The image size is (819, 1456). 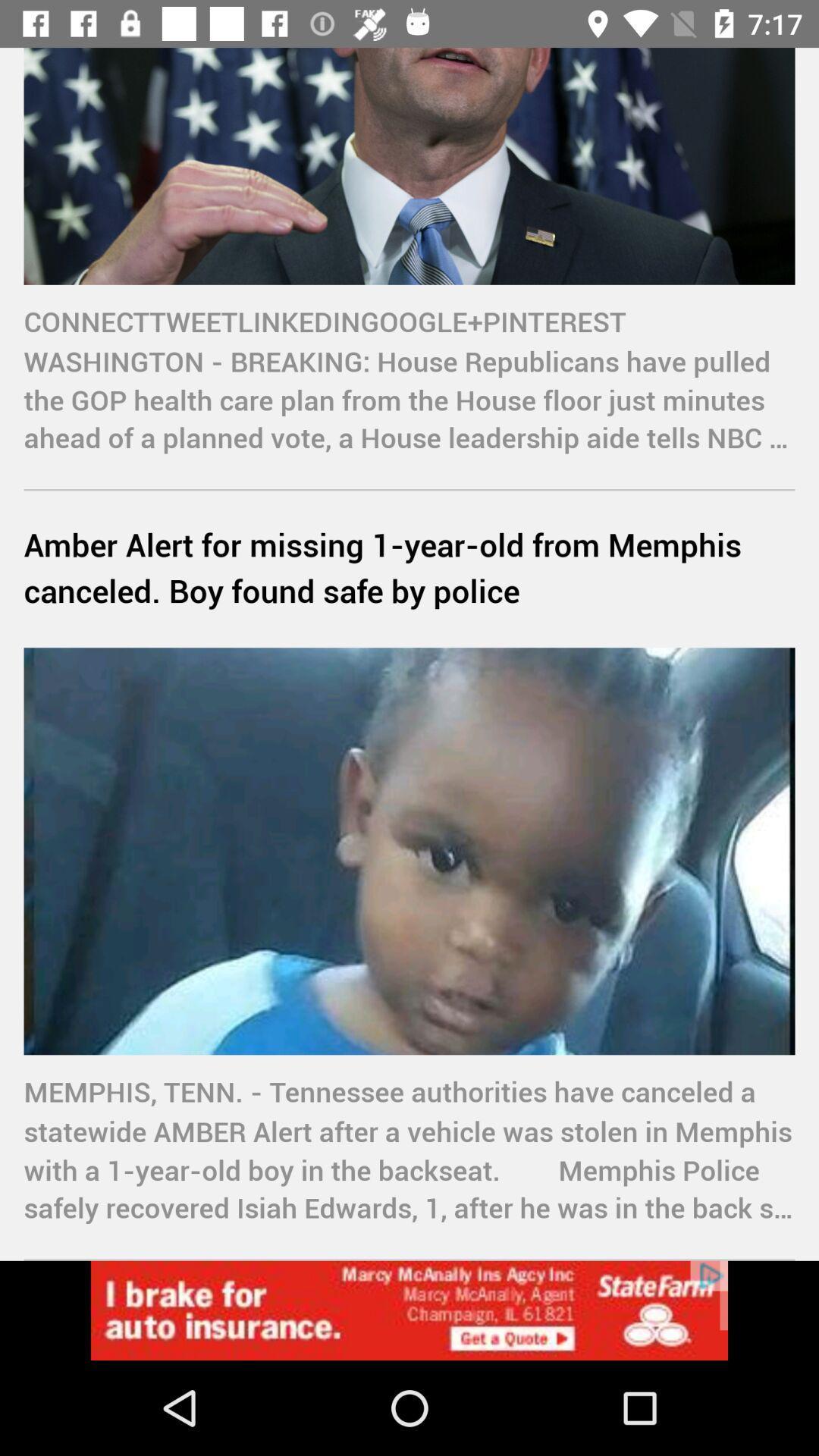 I want to click on advertisement page, so click(x=409, y=1310).